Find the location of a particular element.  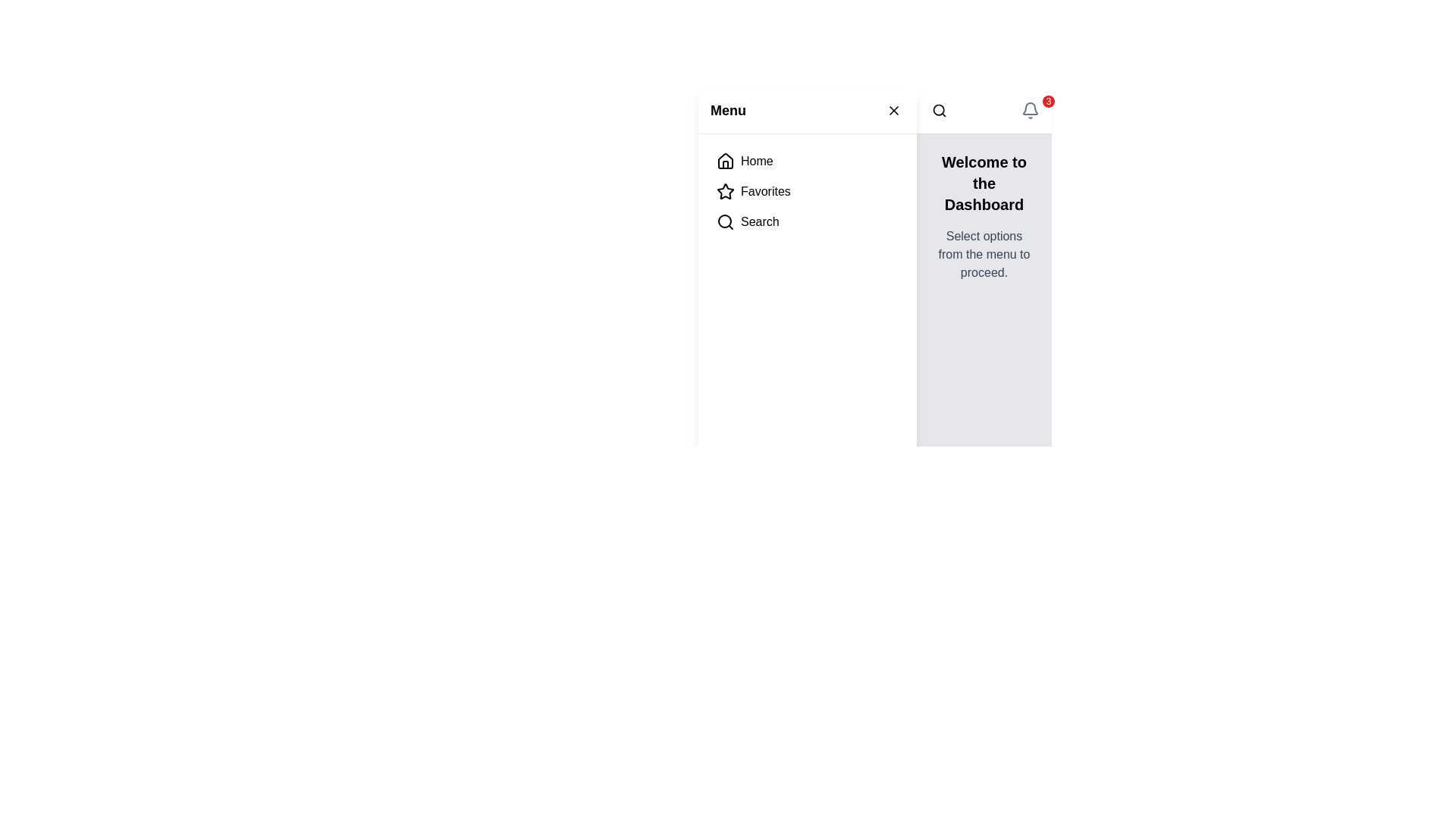

the search icon button, represented by a magnifying glass shape, located in the top navigation bar to trigger visual effects is located at coordinates (938, 110).